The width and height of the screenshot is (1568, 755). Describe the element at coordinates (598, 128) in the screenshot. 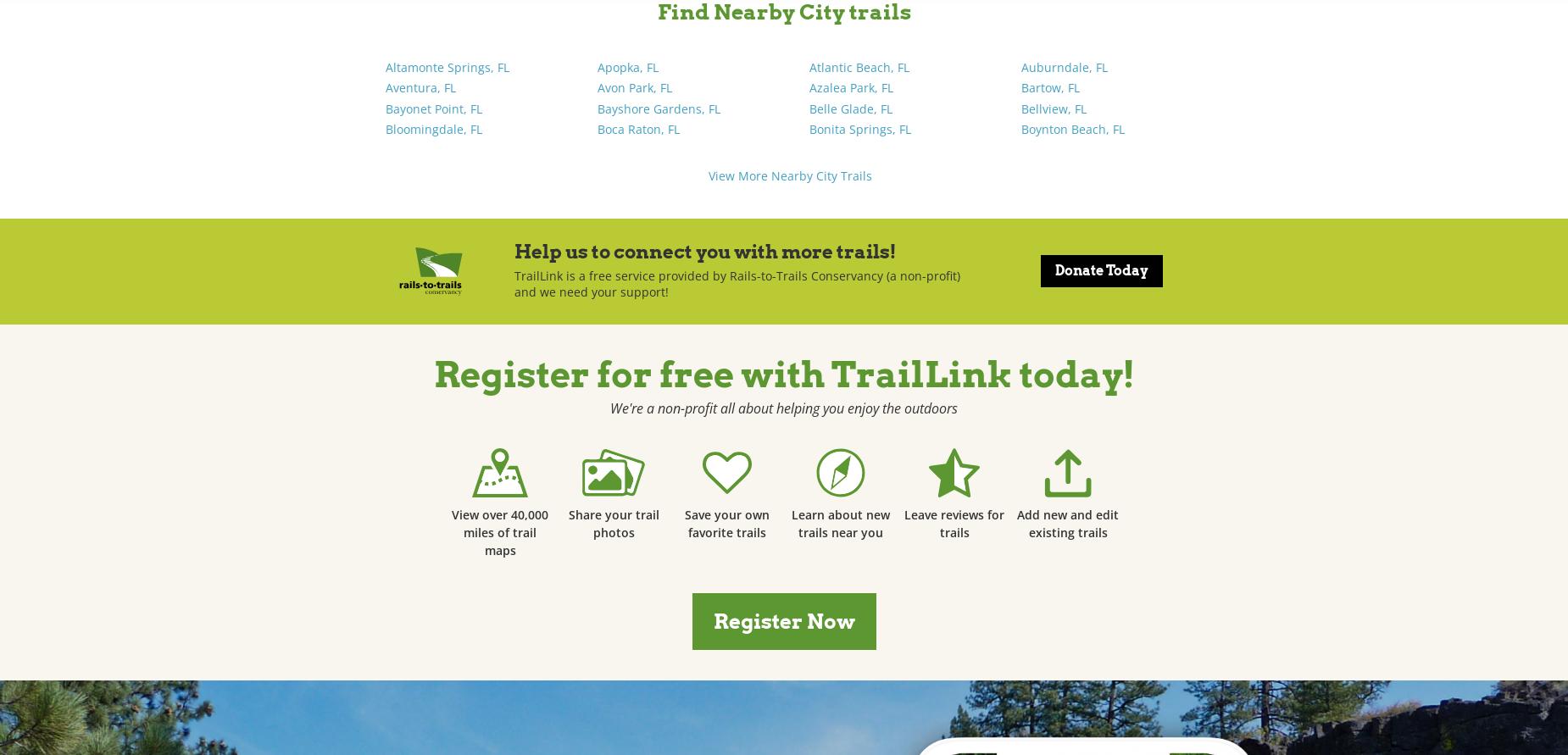

I see `'Boca Raton, FL'` at that location.